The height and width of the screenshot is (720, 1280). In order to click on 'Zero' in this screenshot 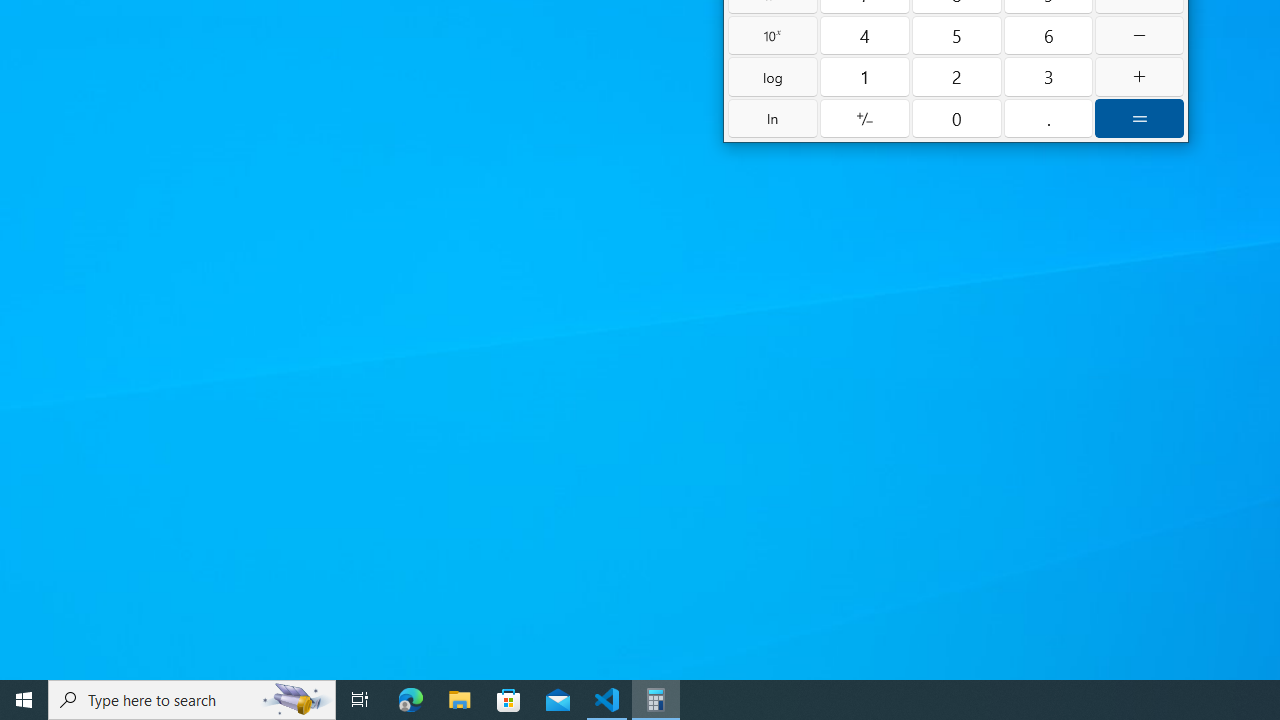, I will do `click(955, 118)`.